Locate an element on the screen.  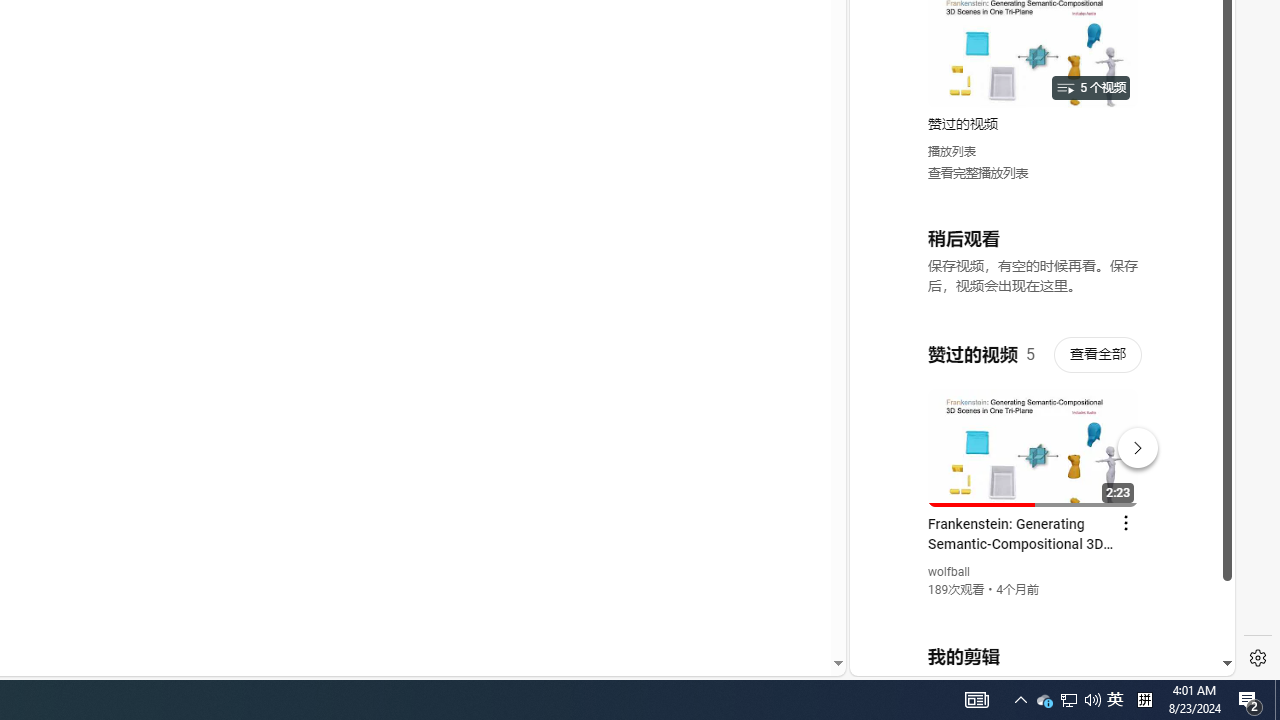
'#you' is located at coordinates (1034, 438).